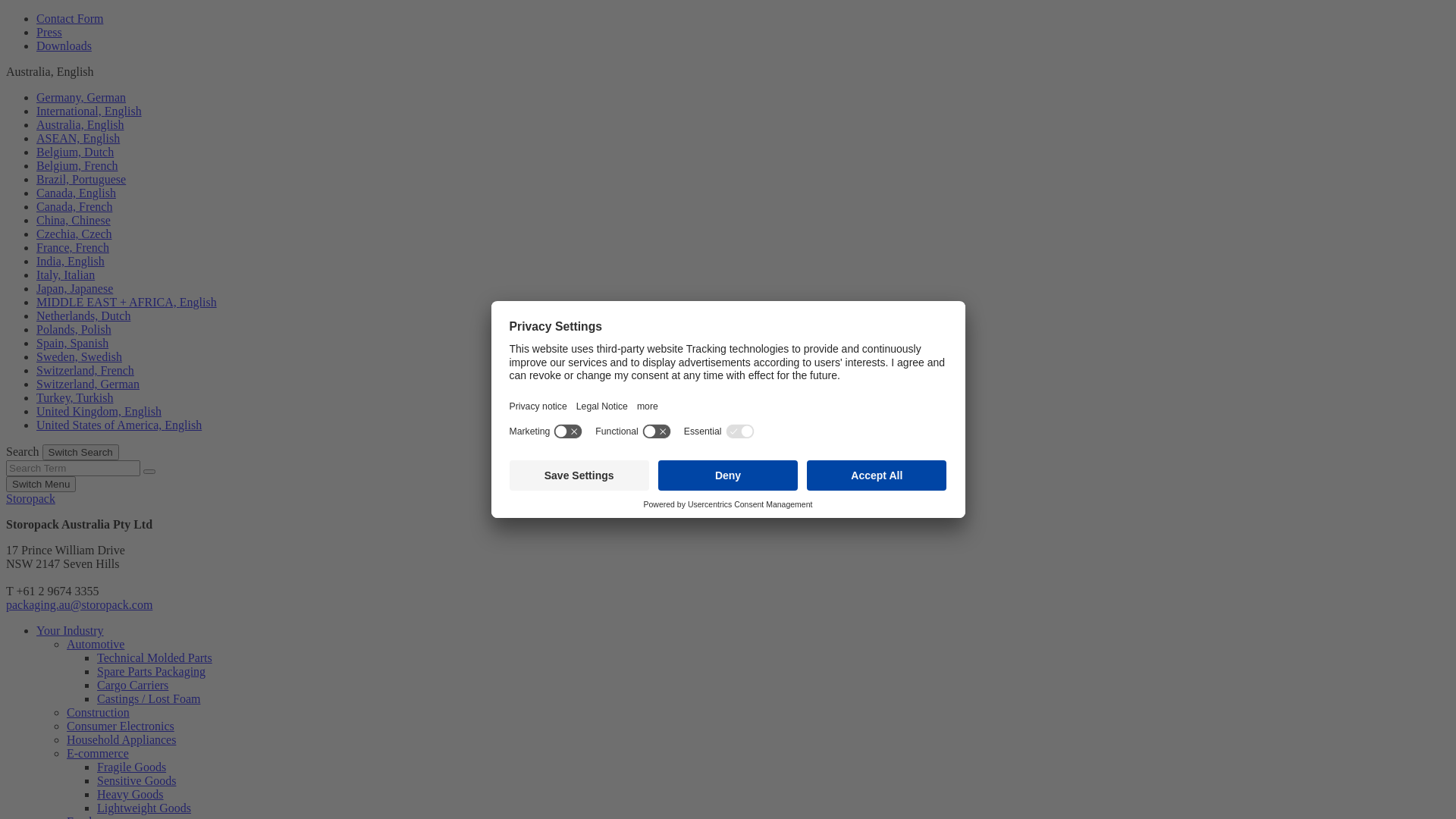 Image resolution: width=1456 pixels, height=819 pixels. Describe the element at coordinates (80, 97) in the screenshot. I see `'Germany, German'` at that location.